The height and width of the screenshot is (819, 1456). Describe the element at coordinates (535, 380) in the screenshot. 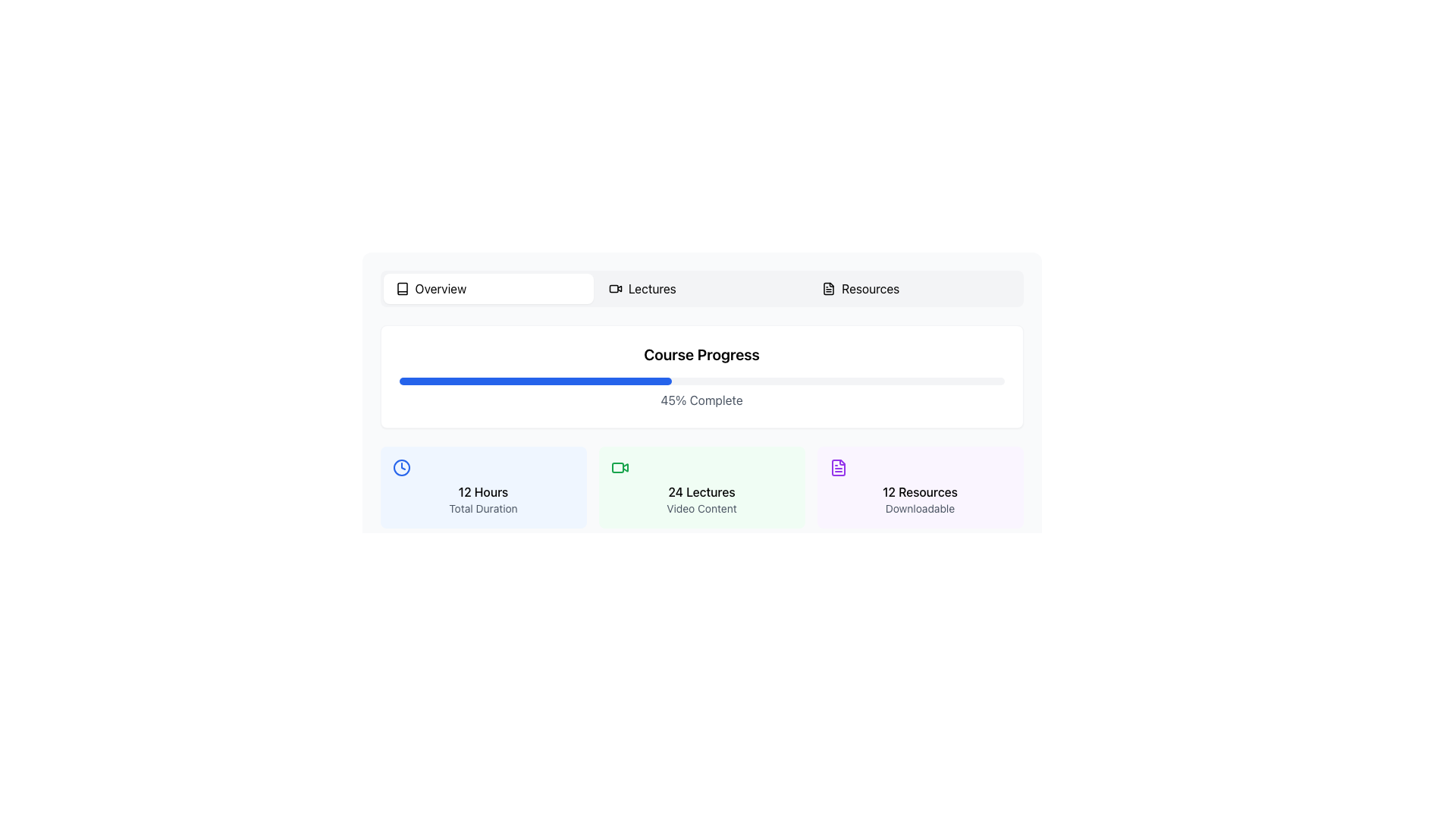

I see `the progress visually by checking the filled segment of the progress bar indicating 45% completion within the 'Course Progress' section` at that location.